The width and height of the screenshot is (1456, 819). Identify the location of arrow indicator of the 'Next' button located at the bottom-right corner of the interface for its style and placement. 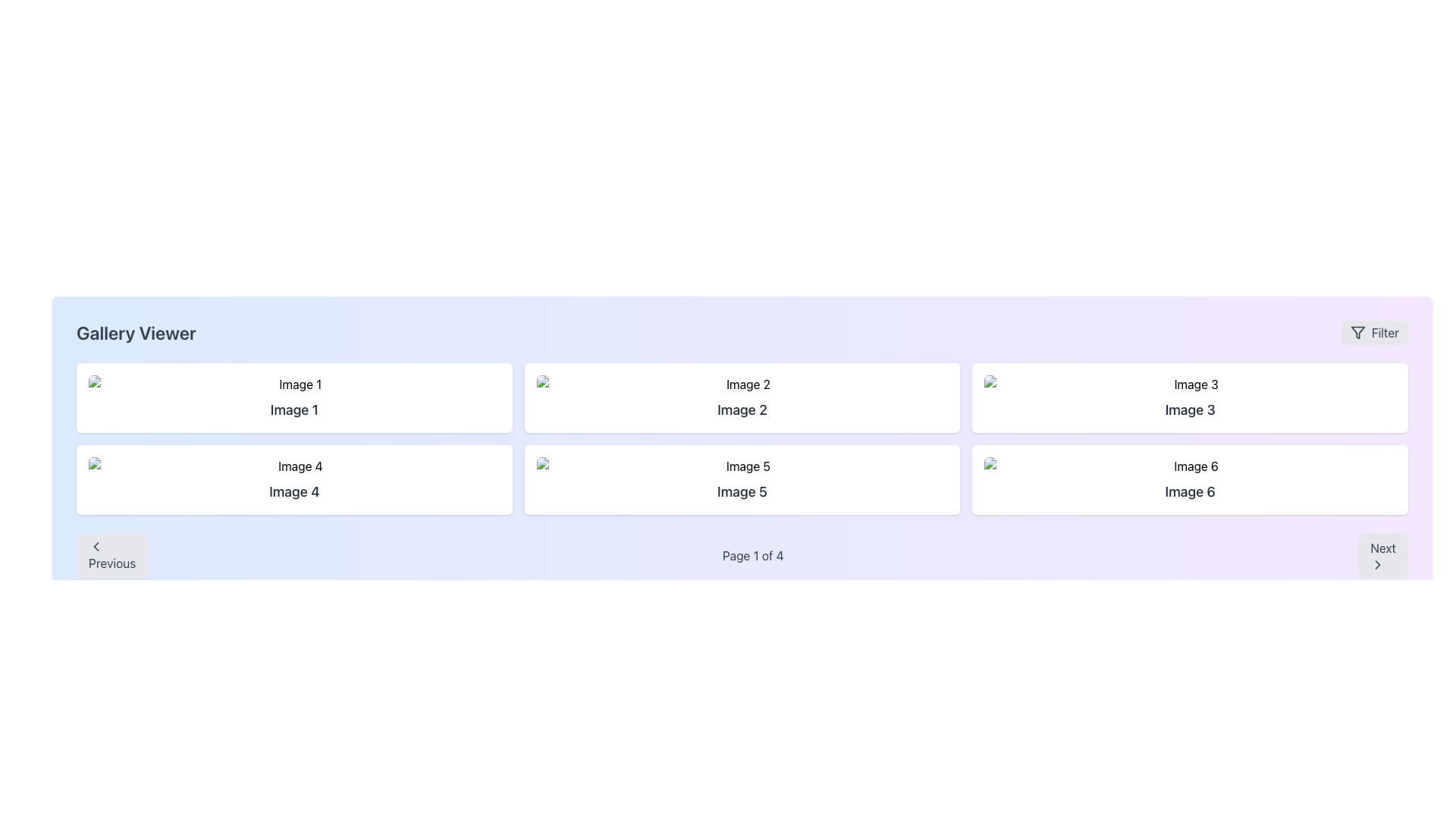
(1378, 564).